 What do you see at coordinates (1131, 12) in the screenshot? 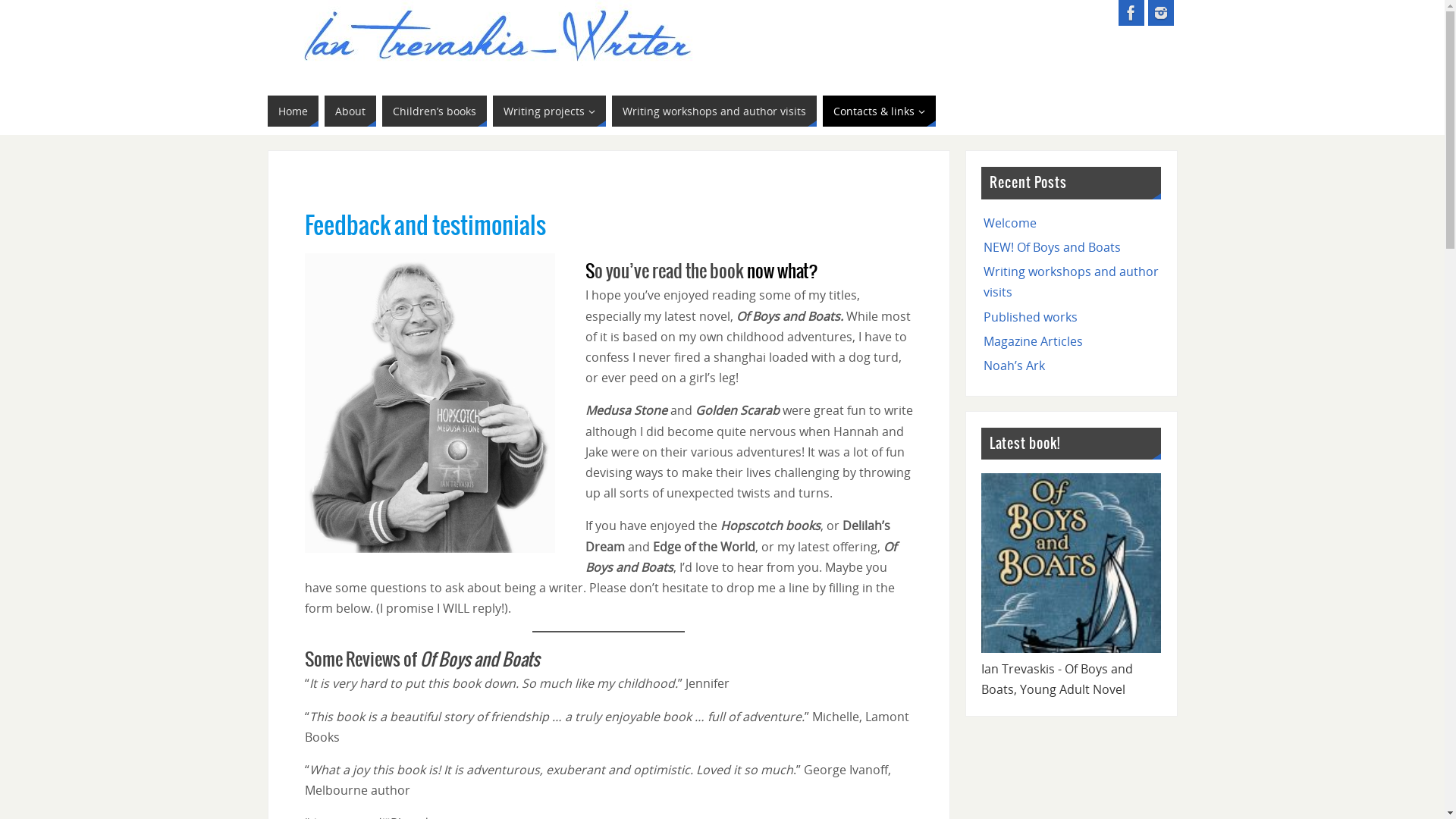
I see `'Ian Trevaskis - Facebook'` at bounding box center [1131, 12].